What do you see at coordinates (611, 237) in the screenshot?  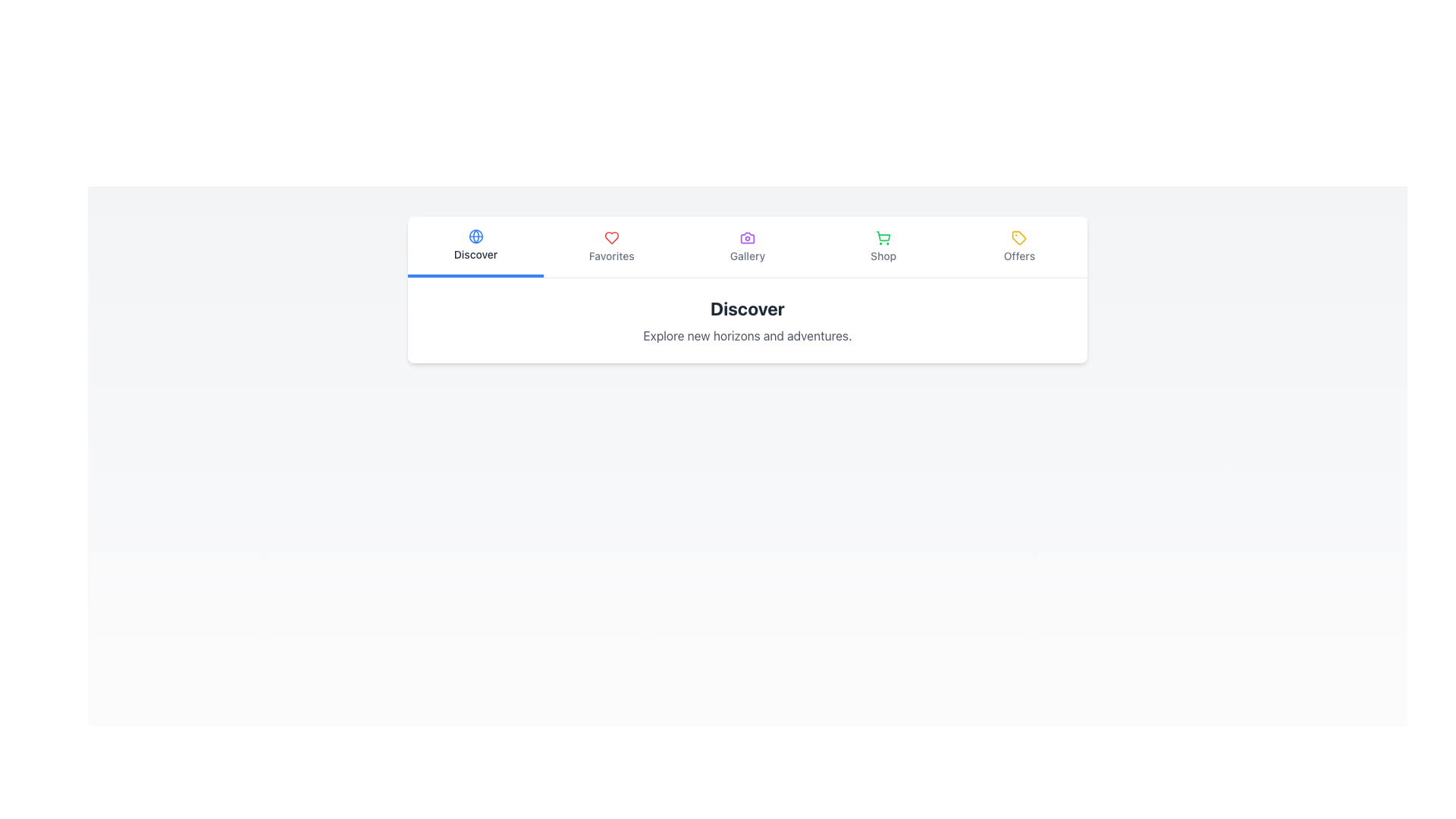 I see `the favorites icon located` at bounding box center [611, 237].